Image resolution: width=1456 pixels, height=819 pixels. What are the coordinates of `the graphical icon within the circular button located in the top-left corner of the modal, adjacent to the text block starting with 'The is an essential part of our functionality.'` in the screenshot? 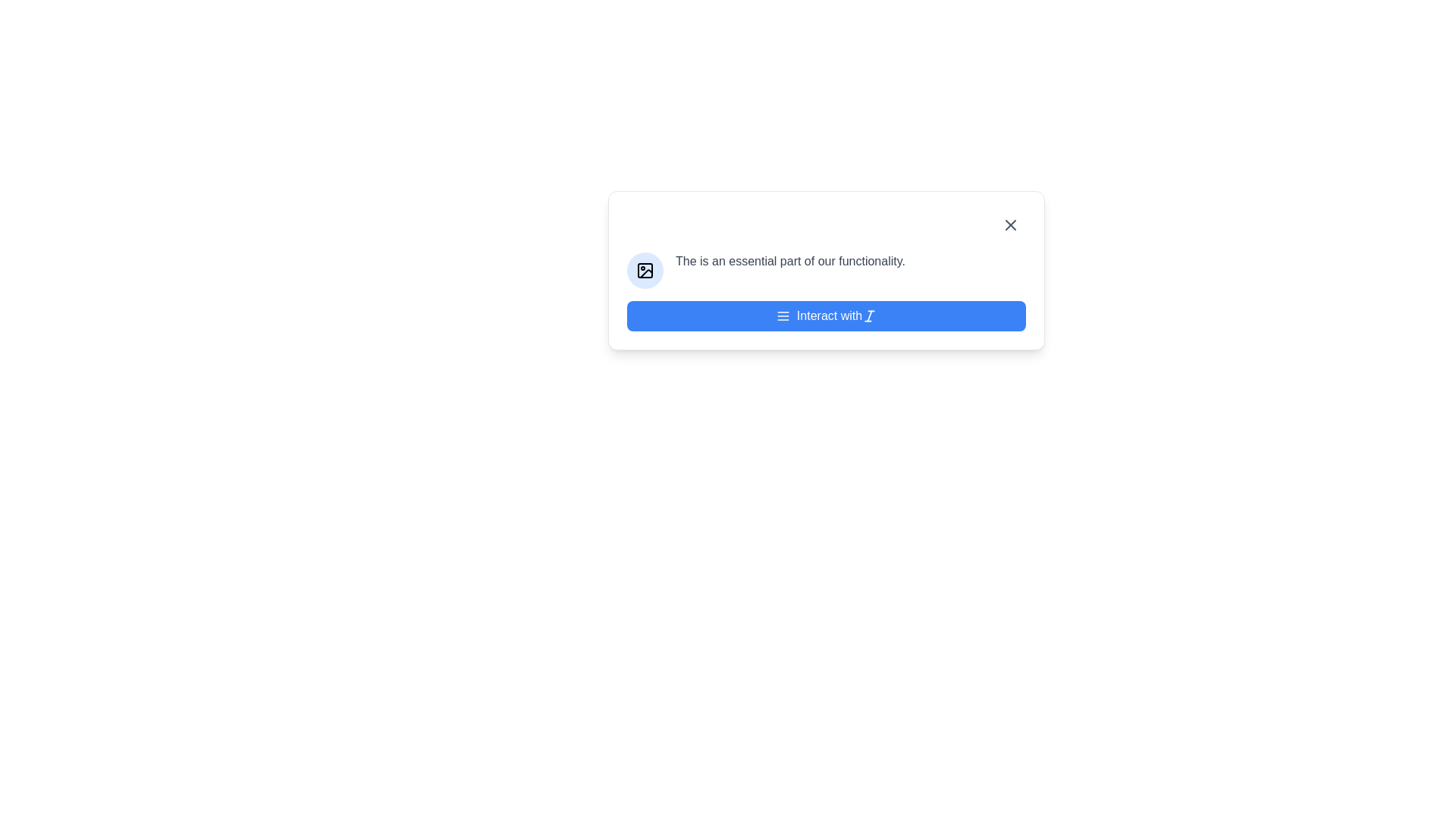 It's located at (645, 270).